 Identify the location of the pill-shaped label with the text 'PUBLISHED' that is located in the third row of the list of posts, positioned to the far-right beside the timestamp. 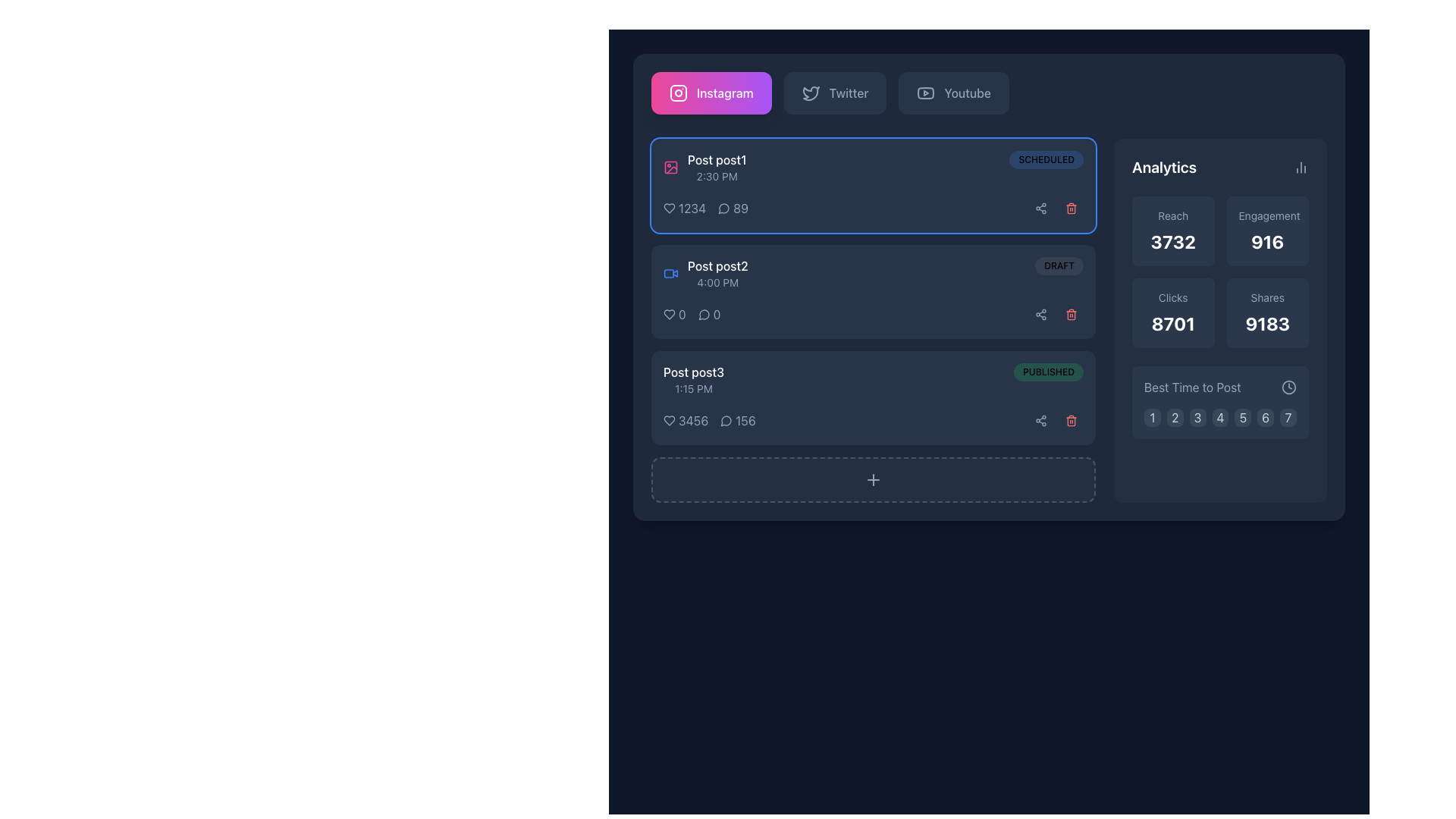
(1047, 372).